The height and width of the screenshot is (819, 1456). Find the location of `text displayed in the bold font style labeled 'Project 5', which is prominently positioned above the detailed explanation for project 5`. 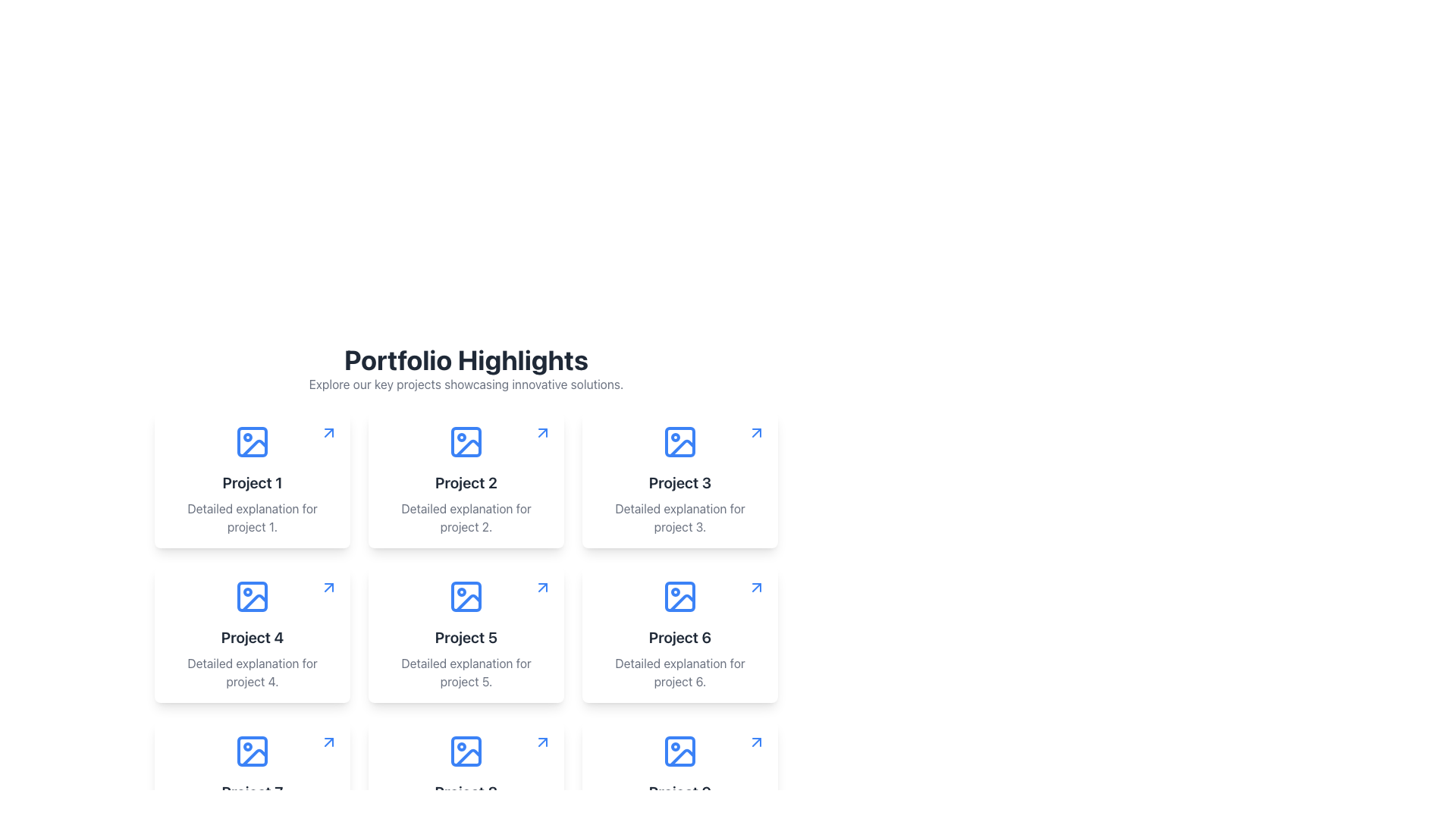

text displayed in the bold font style labeled 'Project 5', which is prominently positioned above the detailed explanation for project 5 is located at coordinates (465, 637).